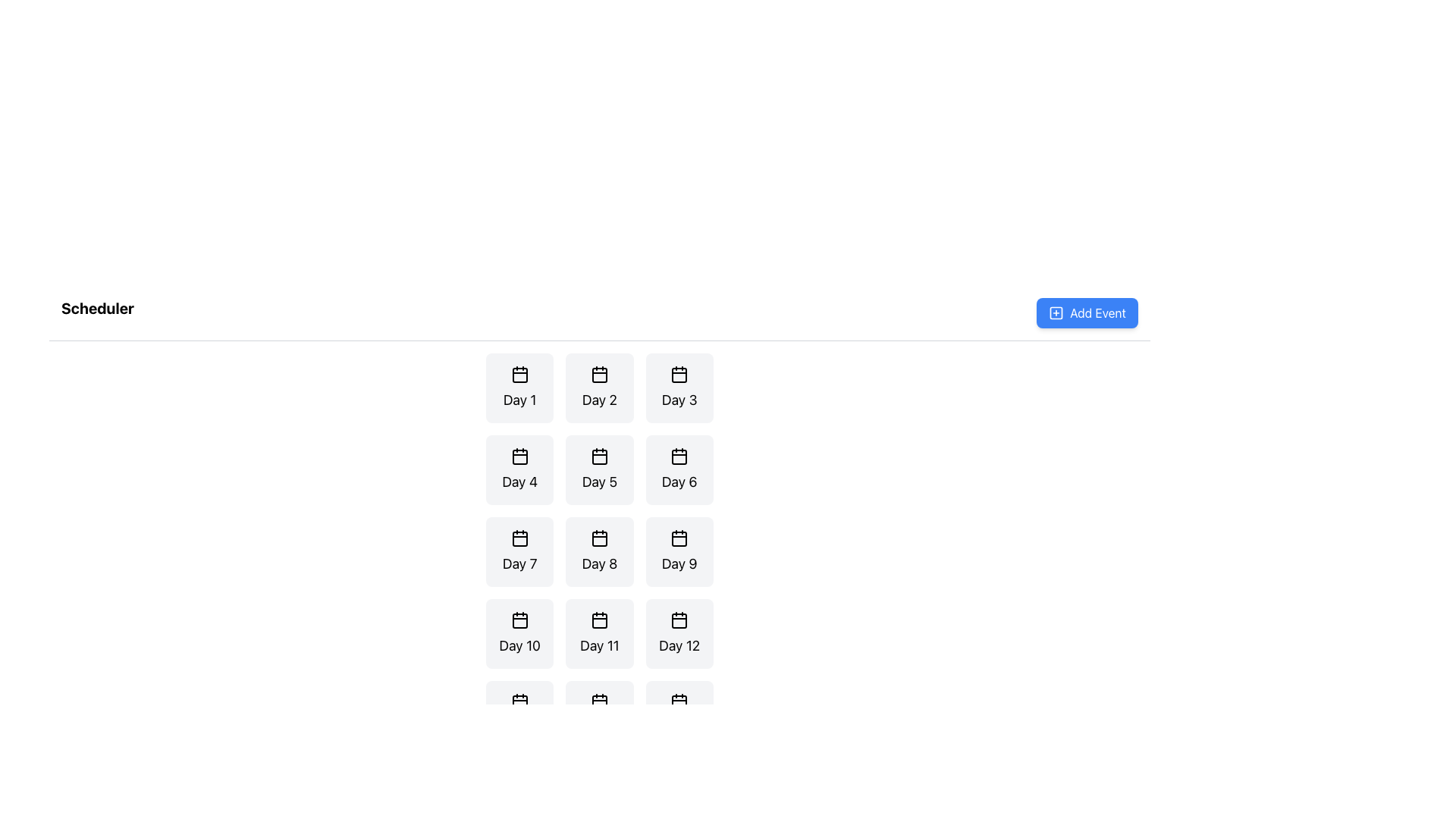 The image size is (1456, 819). I want to click on the calendar icon located above the label 'Day 9', which has a black outline and a grid-like appearance, situated in the third row and third column of the grid layout, so click(679, 537).